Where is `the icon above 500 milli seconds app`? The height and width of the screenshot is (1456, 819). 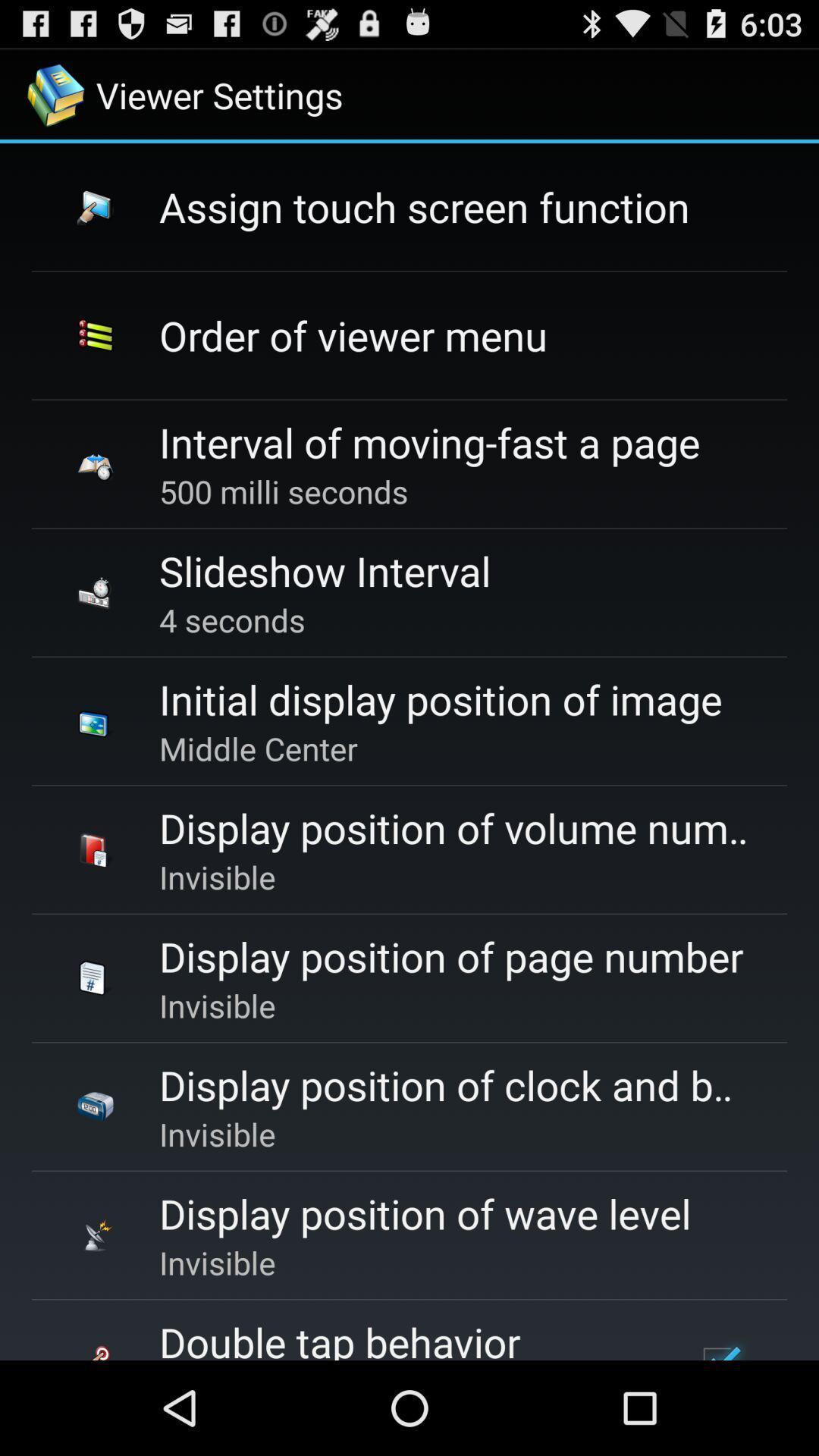 the icon above 500 milli seconds app is located at coordinates (429, 441).